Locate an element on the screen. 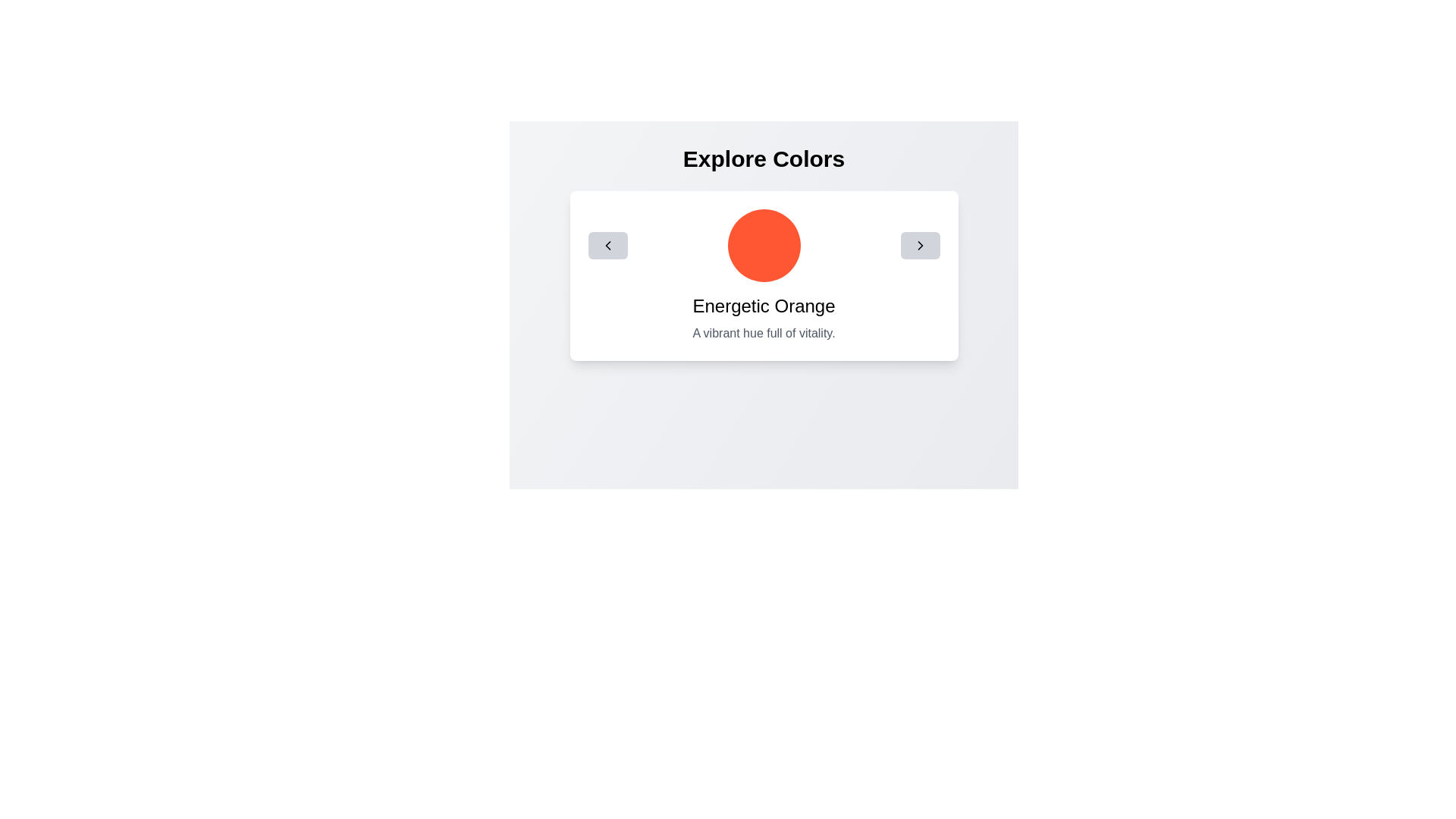 The image size is (1456, 819). the chevron-left SVG icon, which is a black stroke leftward arrow located inside a rectangular button on the left side of the layout is located at coordinates (607, 245).